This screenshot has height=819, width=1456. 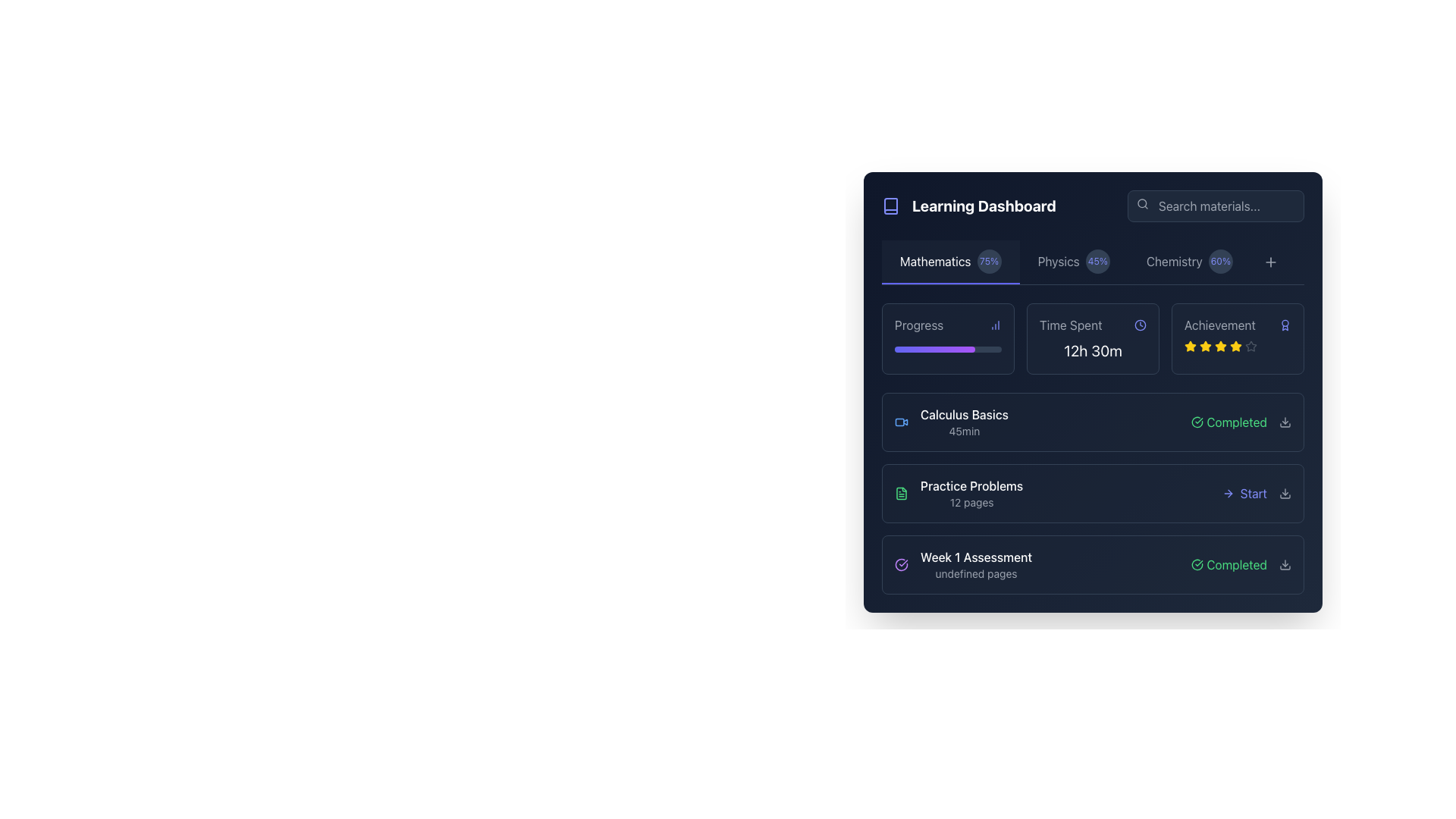 I want to click on the achievement icon located in the top-right area of the main content section, right of the 'Achievement' label, so click(x=1284, y=324).